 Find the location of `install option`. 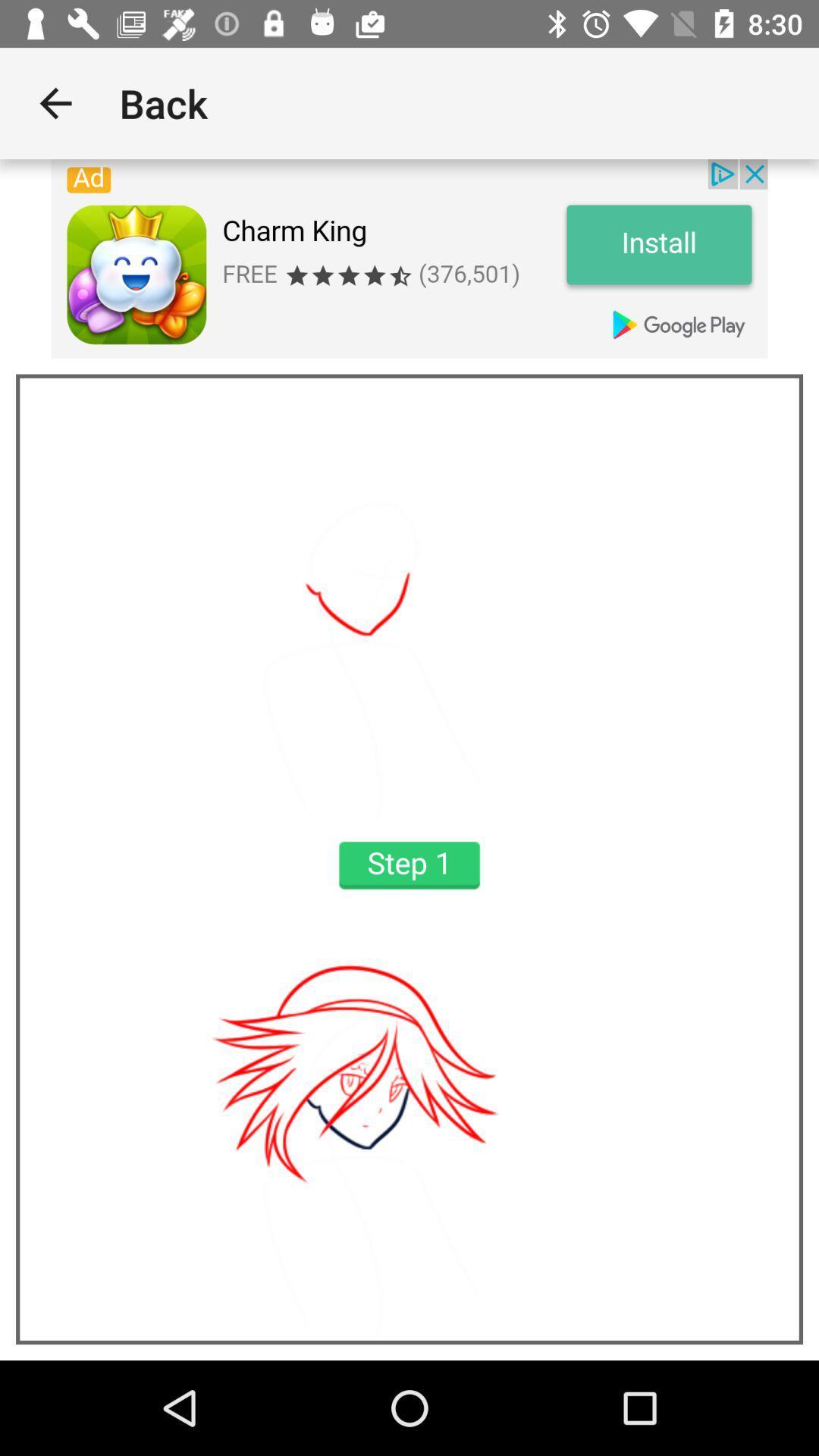

install option is located at coordinates (409, 259).